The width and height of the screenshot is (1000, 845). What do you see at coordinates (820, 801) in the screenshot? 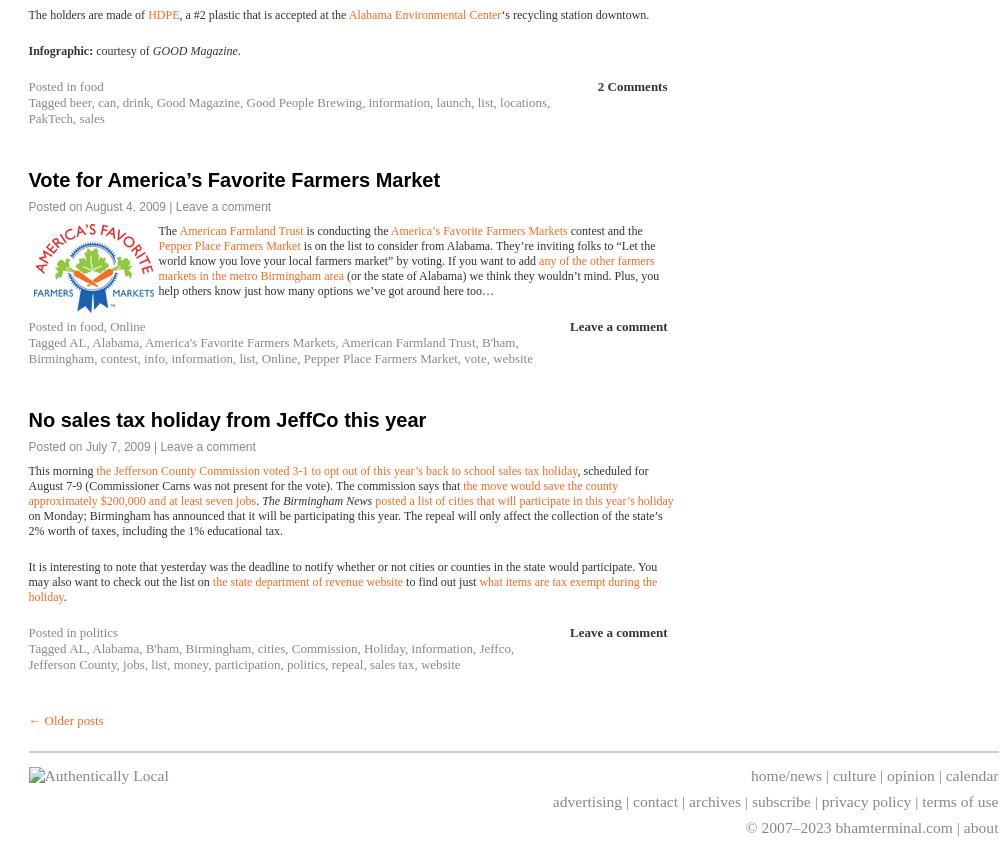
I see `'privacy policy'` at bounding box center [820, 801].